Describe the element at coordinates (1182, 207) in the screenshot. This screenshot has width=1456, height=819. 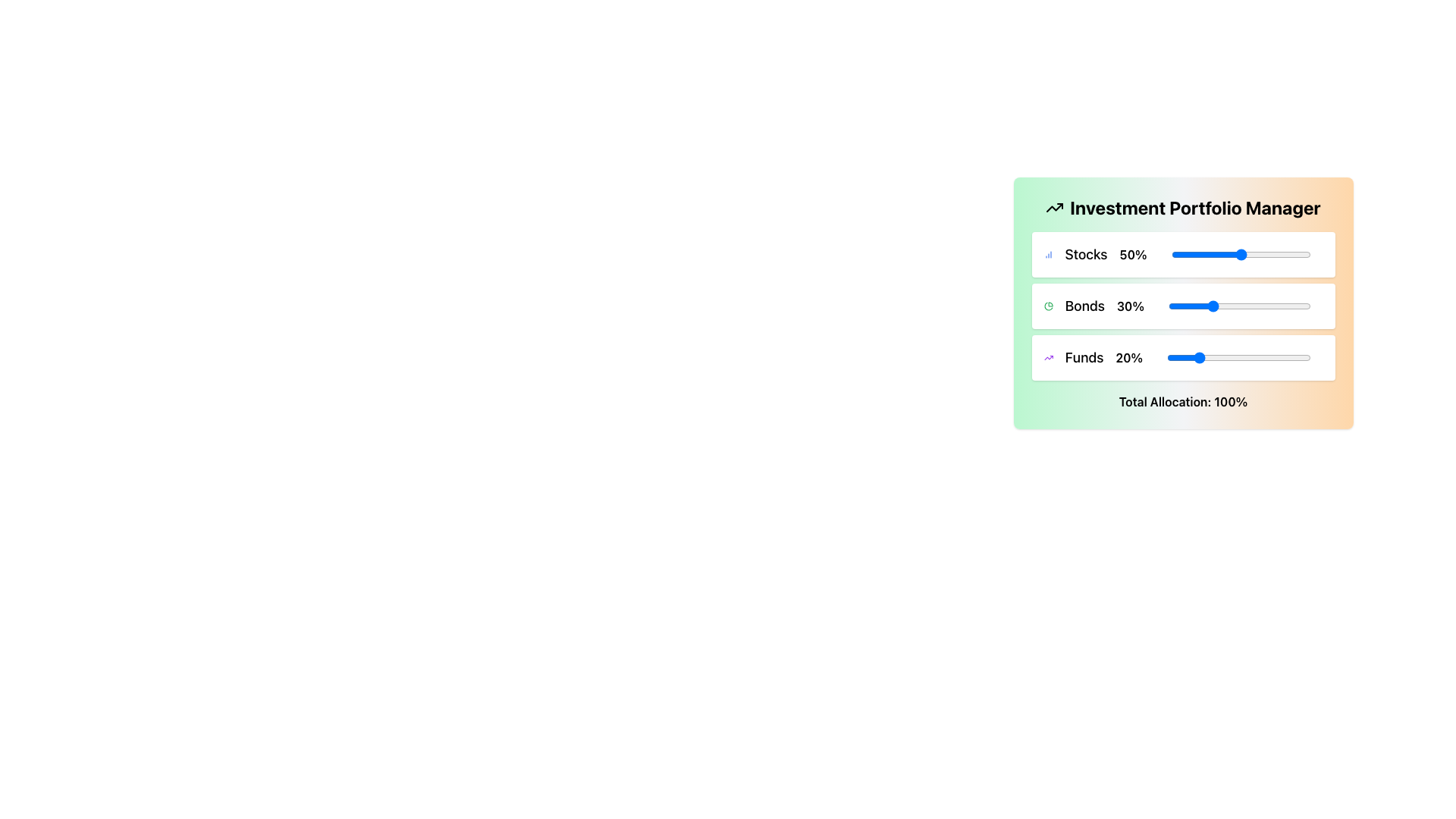
I see `title text 'Investment Portfolio Manager' that is styled in bold and positioned at the top of the card layout, accompanied by an upward-trending line chart icon` at that location.